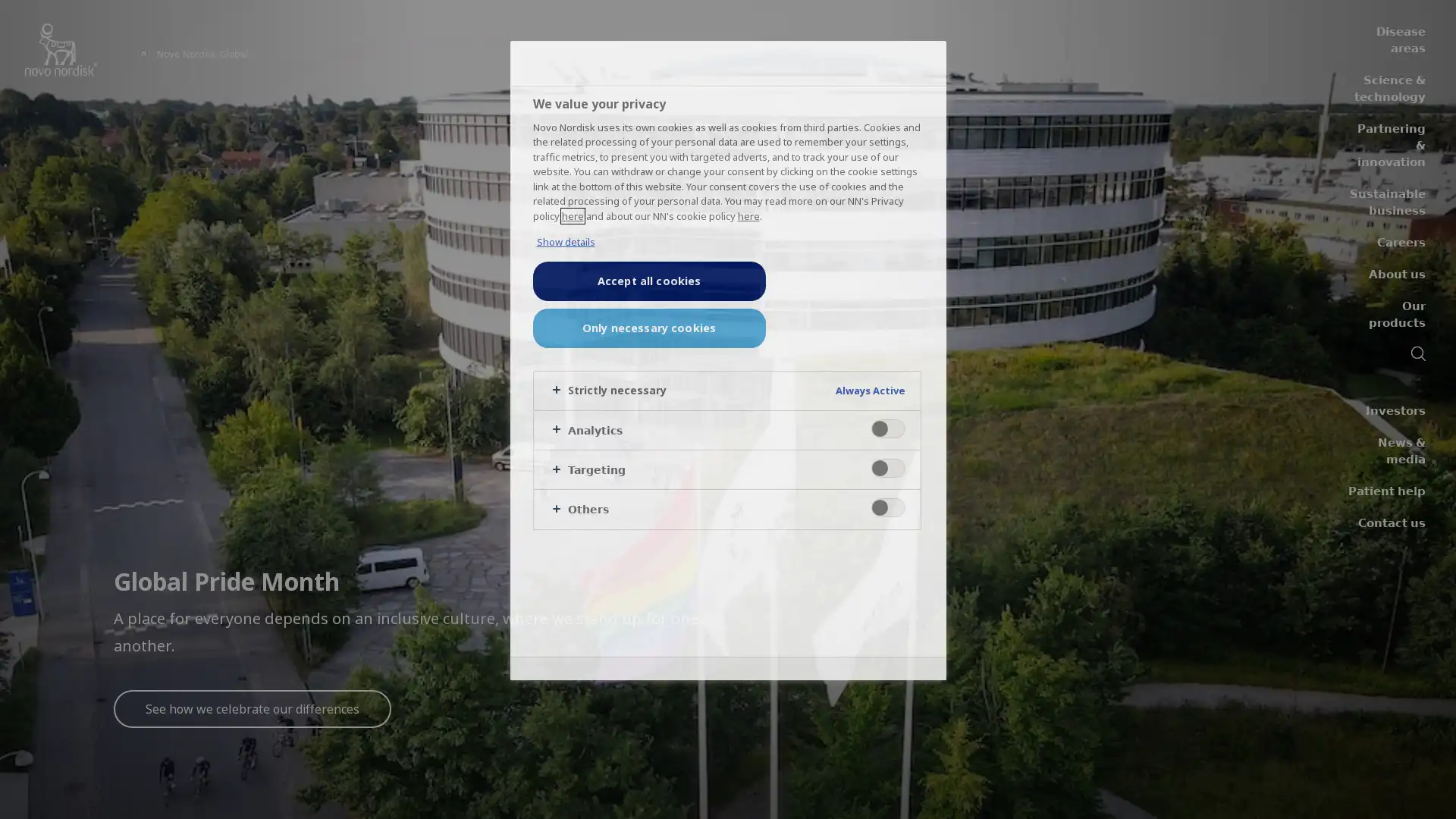  What do you see at coordinates (726, 389) in the screenshot?
I see `Strictly necessary` at bounding box center [726, 389].